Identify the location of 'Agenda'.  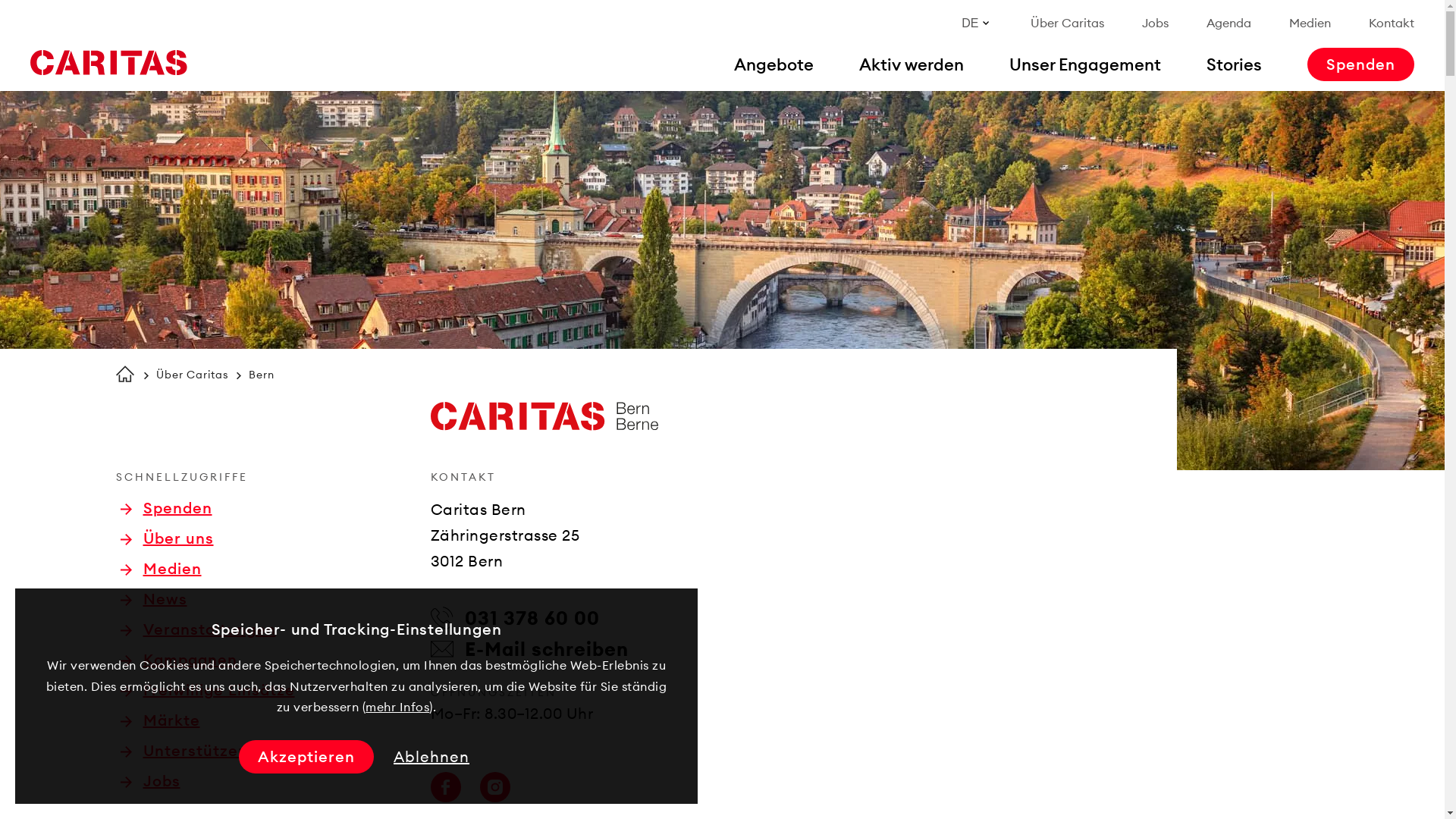
(1228, 23).